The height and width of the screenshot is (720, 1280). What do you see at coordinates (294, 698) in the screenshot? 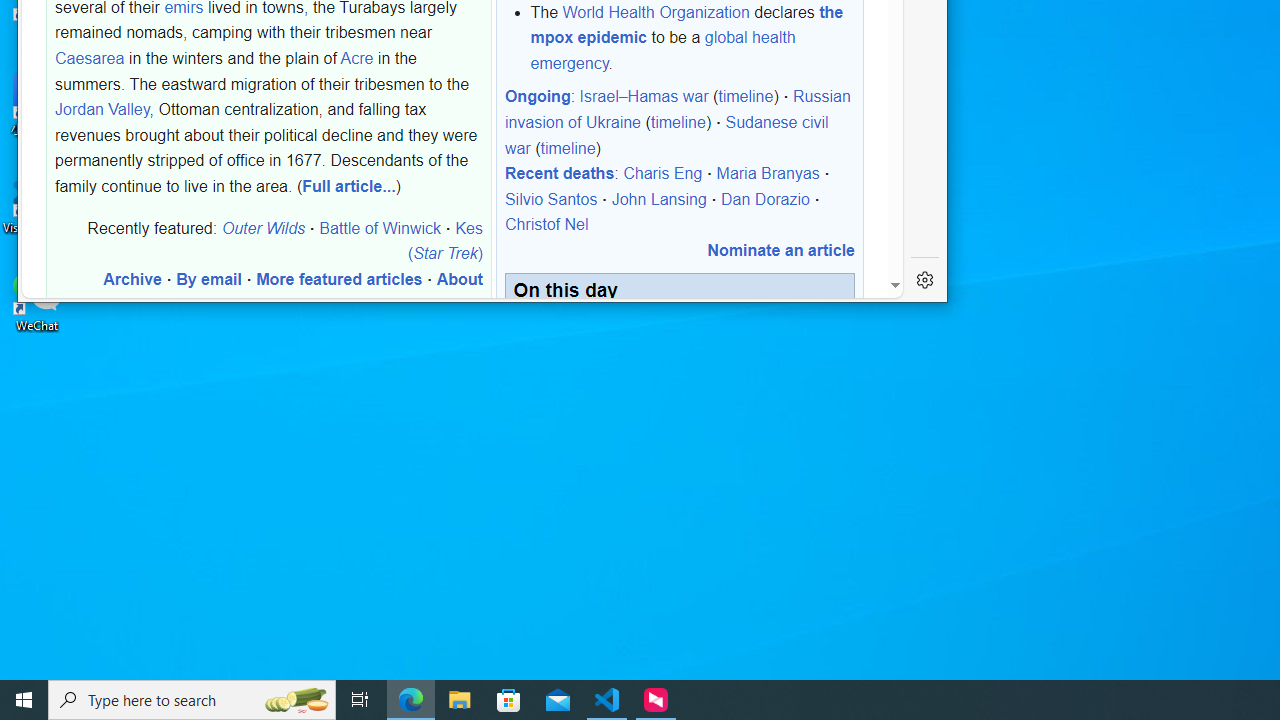
I see `'Search highlights icon opens search home window'` at bounding box center [294, 698].